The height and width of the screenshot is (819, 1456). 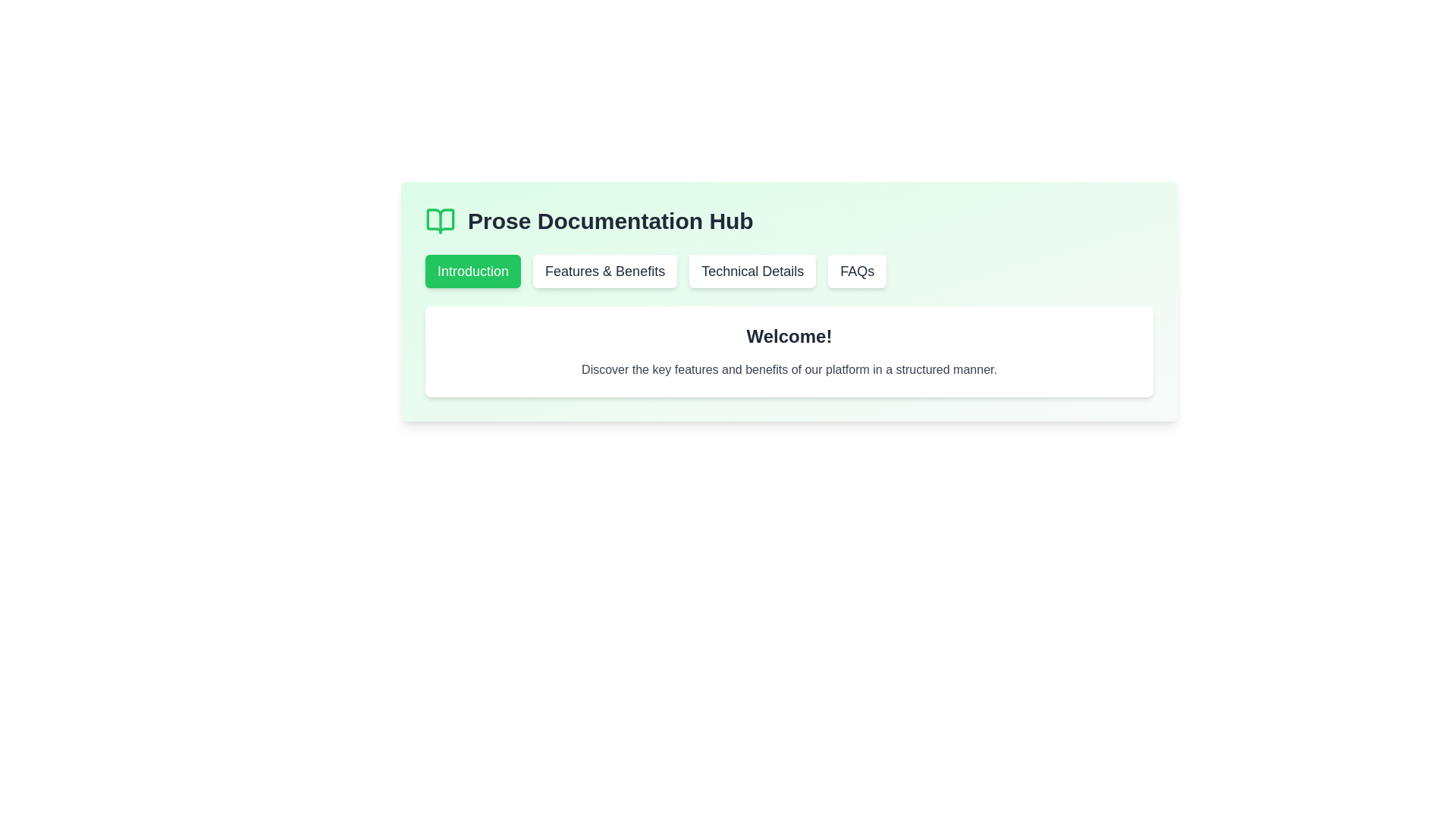 I want to click on the interactive tab selector button for 'Features & Benefits', which is the second button in a horizontal row of four, to trigger a hover effect, so click(x=604, y=271).